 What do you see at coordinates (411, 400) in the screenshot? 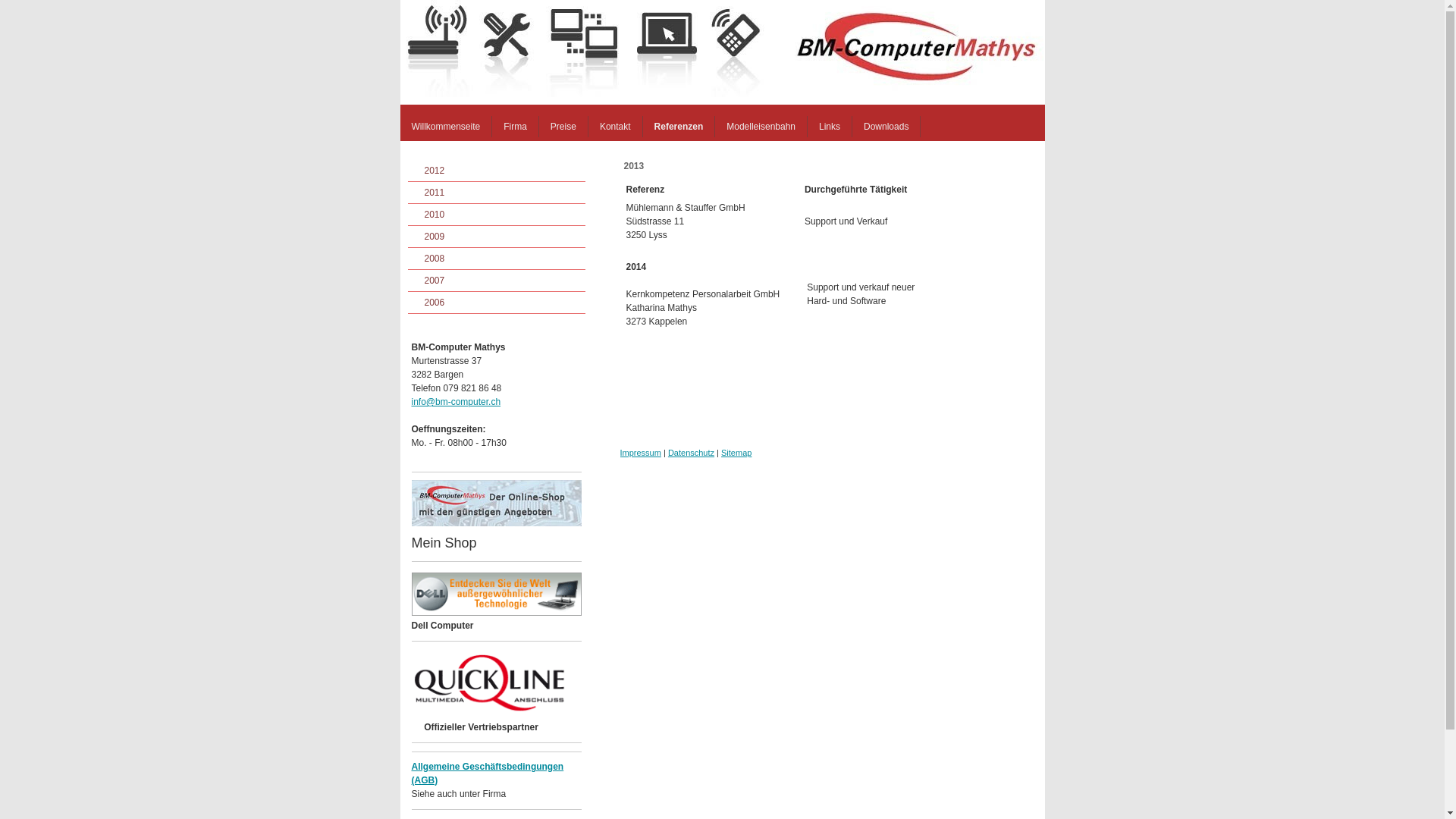
I see `'info@bm-computer.ch'` at bounding box center [411, 400].